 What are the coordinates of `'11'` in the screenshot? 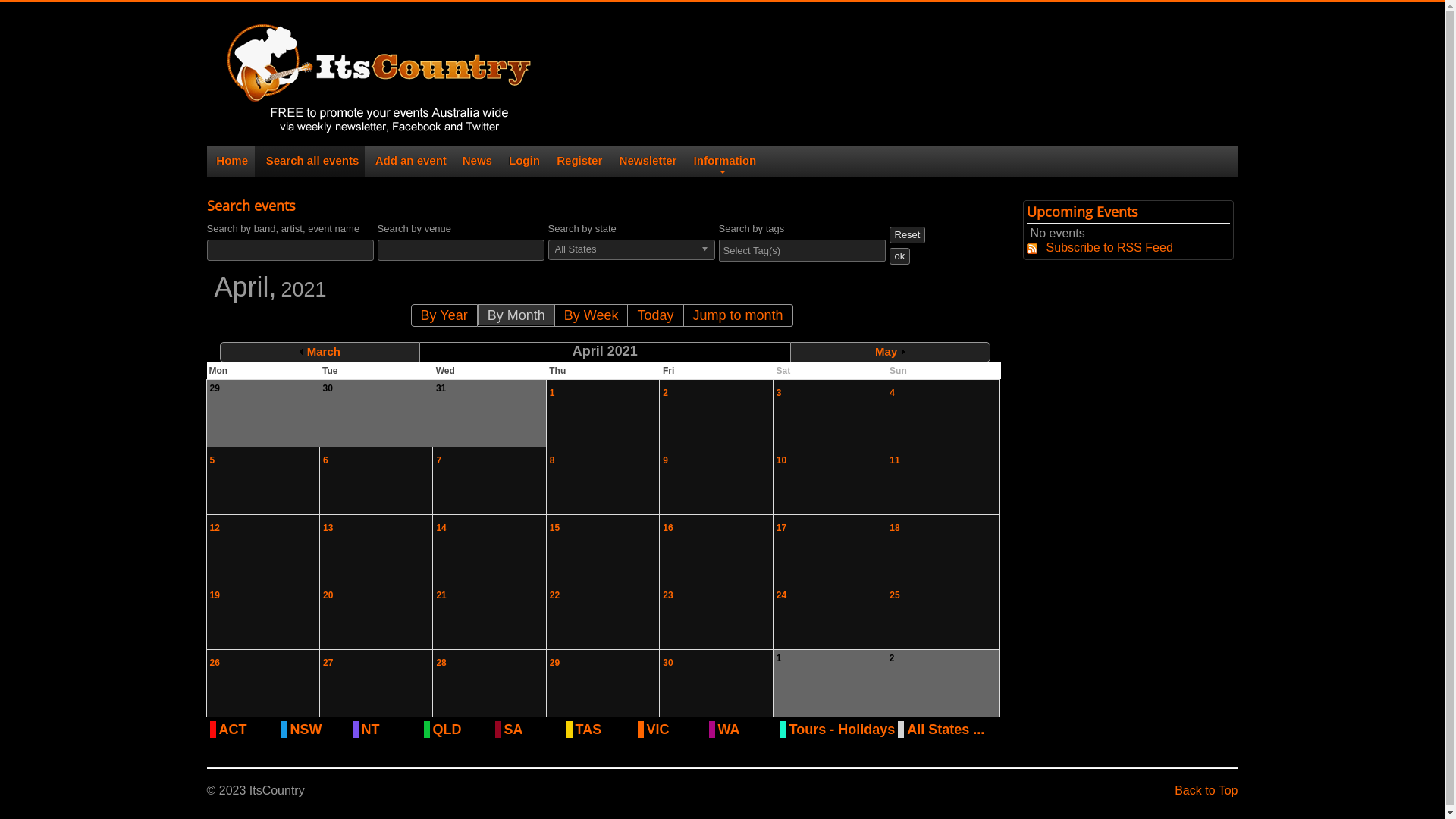 It's located at (894, 459).